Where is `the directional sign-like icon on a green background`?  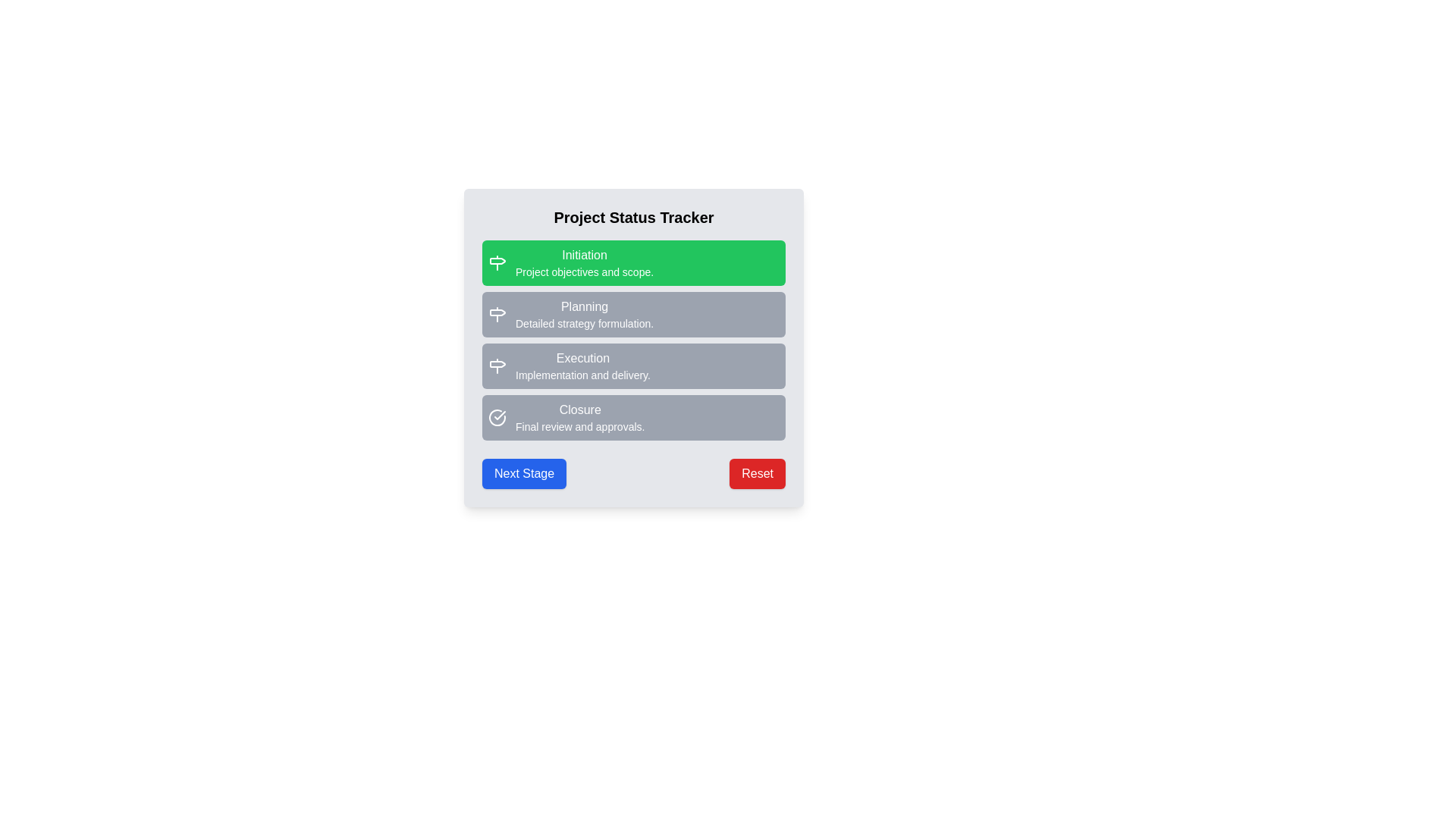 the directional sign-like icon on a green background is located at coordinates (497, 262).